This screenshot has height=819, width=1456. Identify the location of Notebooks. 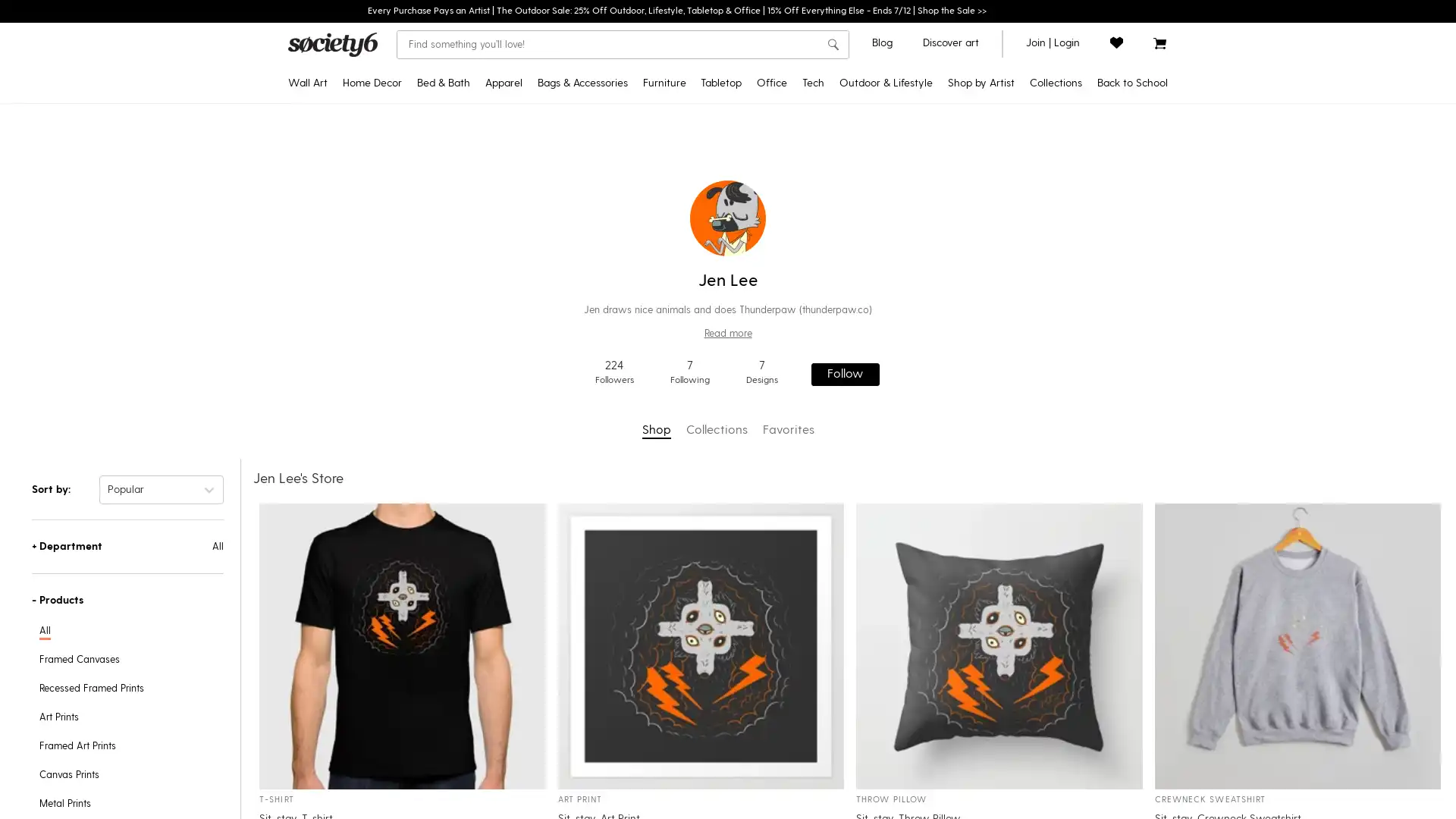
(809, 171).